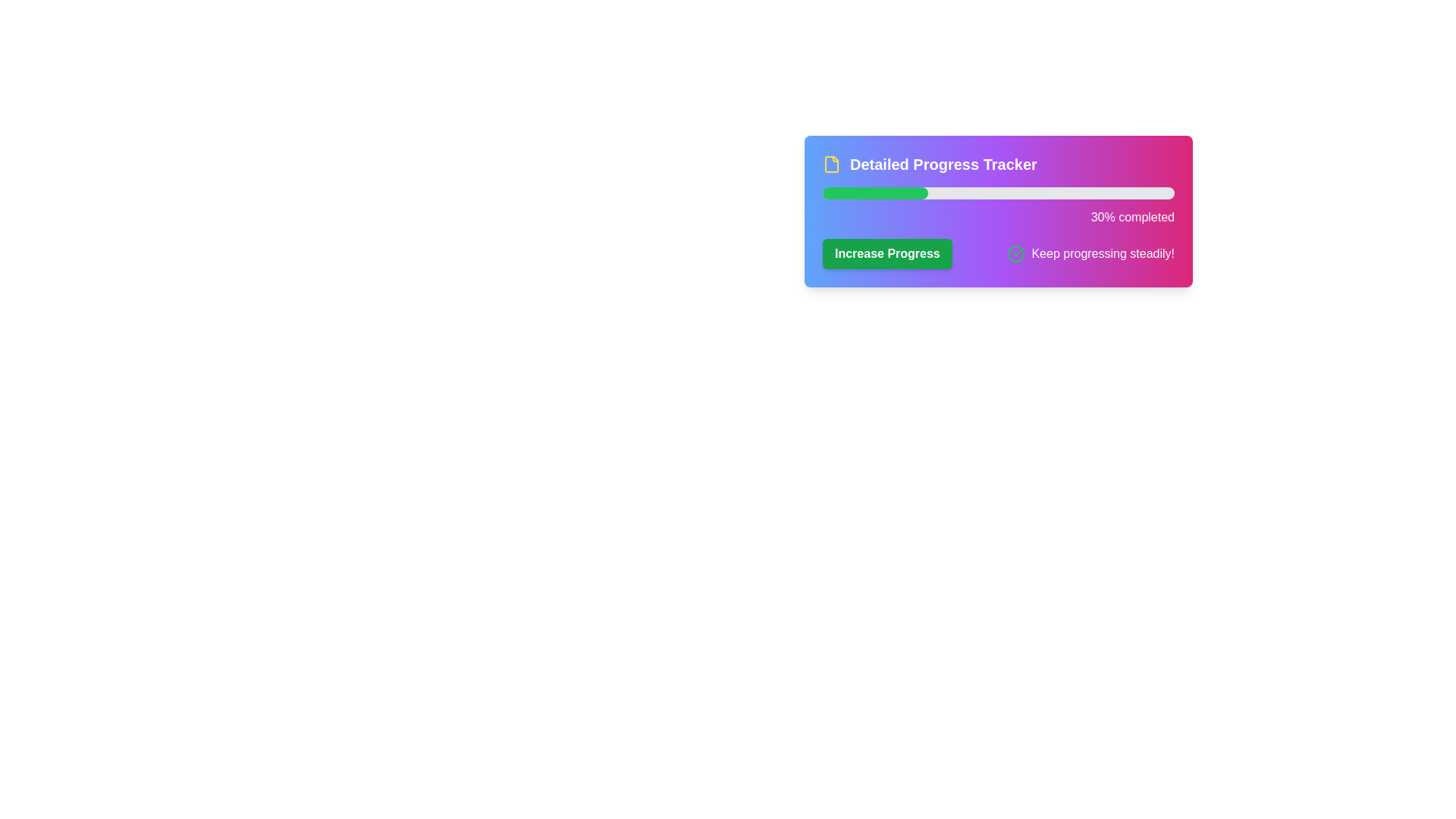 This screenshot has width=1456, height=819. What do you see at coordinates (875, 192) in the screenshot?
I see `the green, rounded progress indicator bar located within the progress tracker interface` at bounding box center [875, 192].